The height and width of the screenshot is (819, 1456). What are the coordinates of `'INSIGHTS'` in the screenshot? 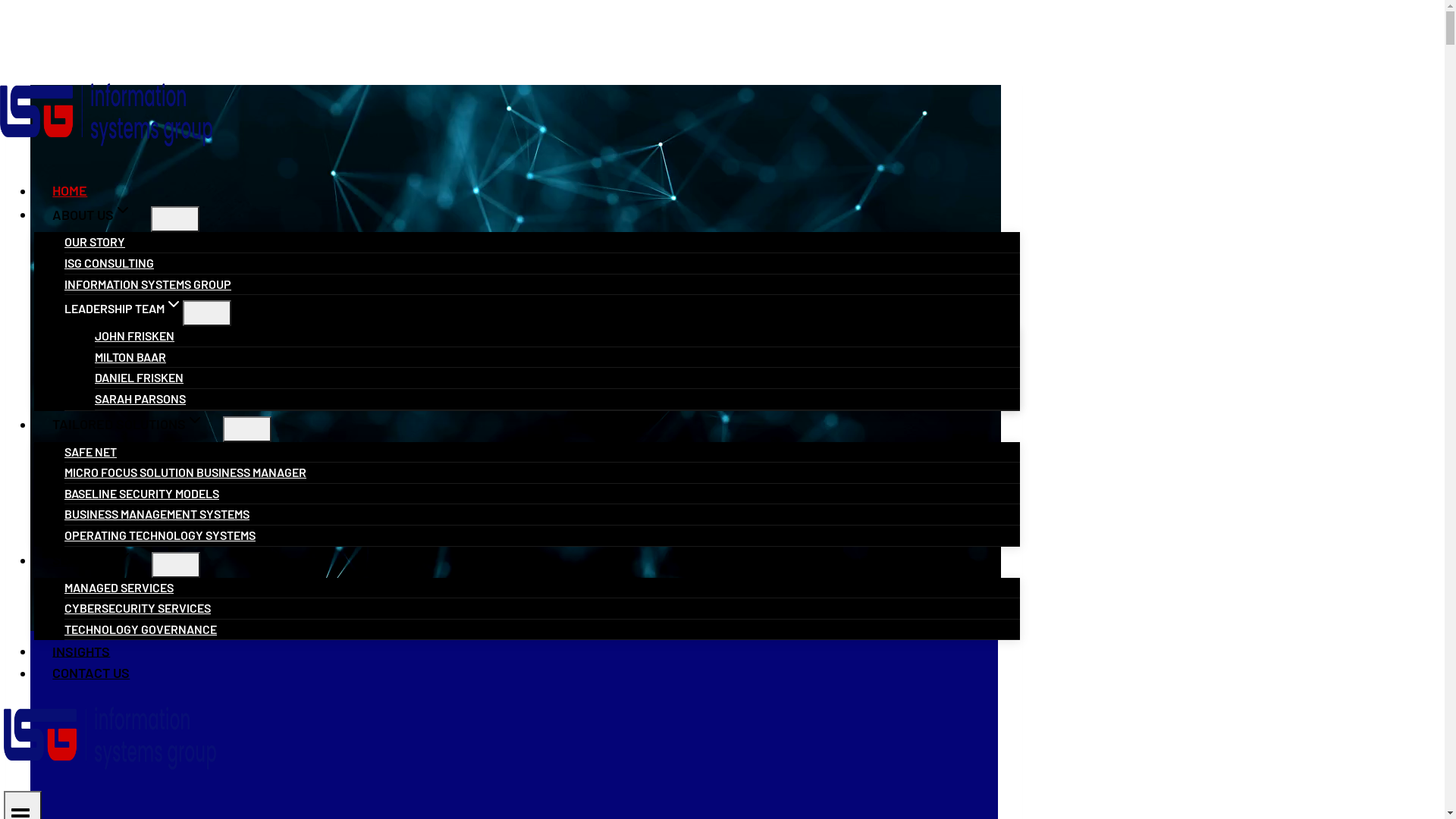 It's located at (80, 649).